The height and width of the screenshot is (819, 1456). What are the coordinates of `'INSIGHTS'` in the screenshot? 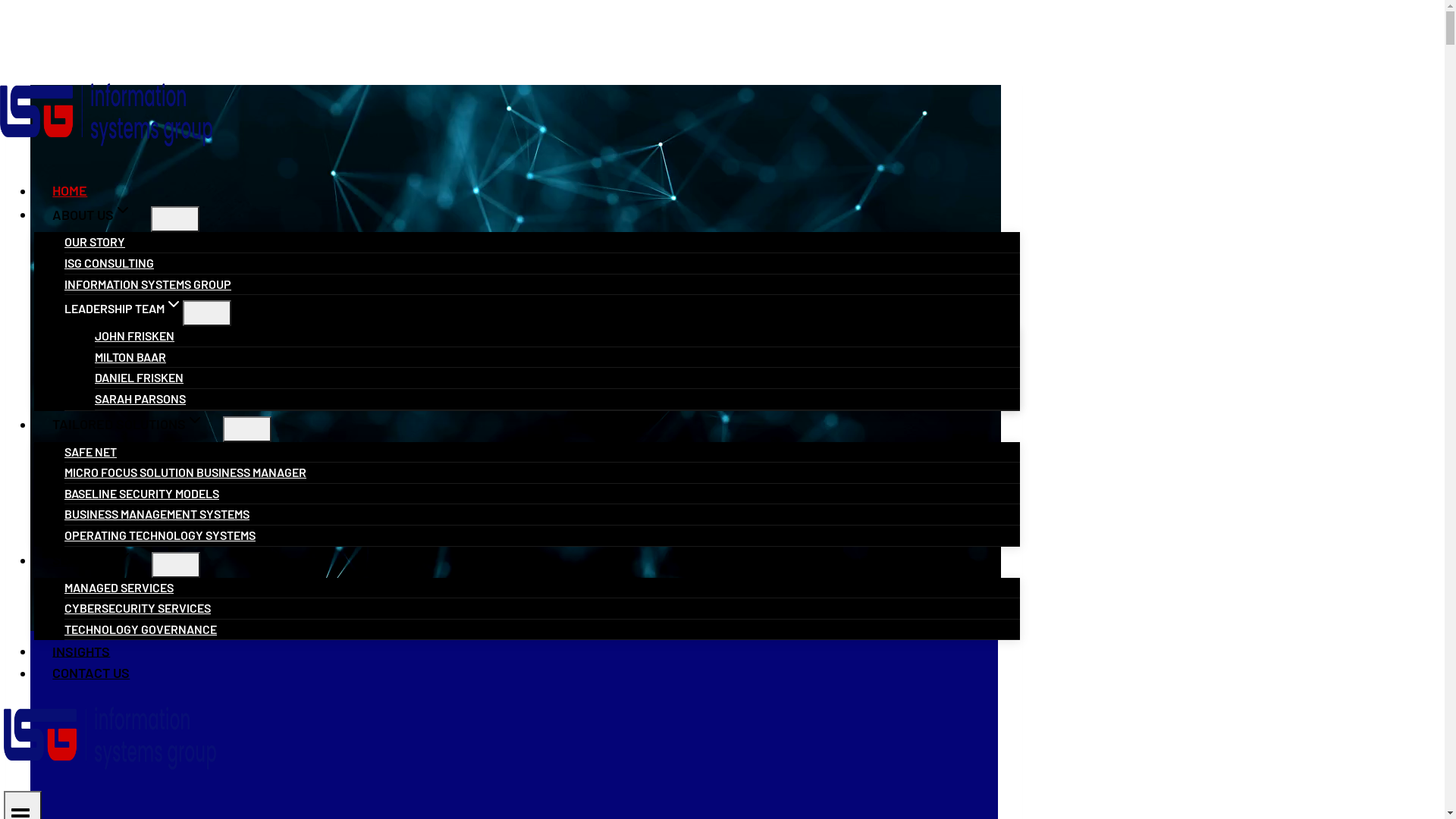 It's located at (80, 649).